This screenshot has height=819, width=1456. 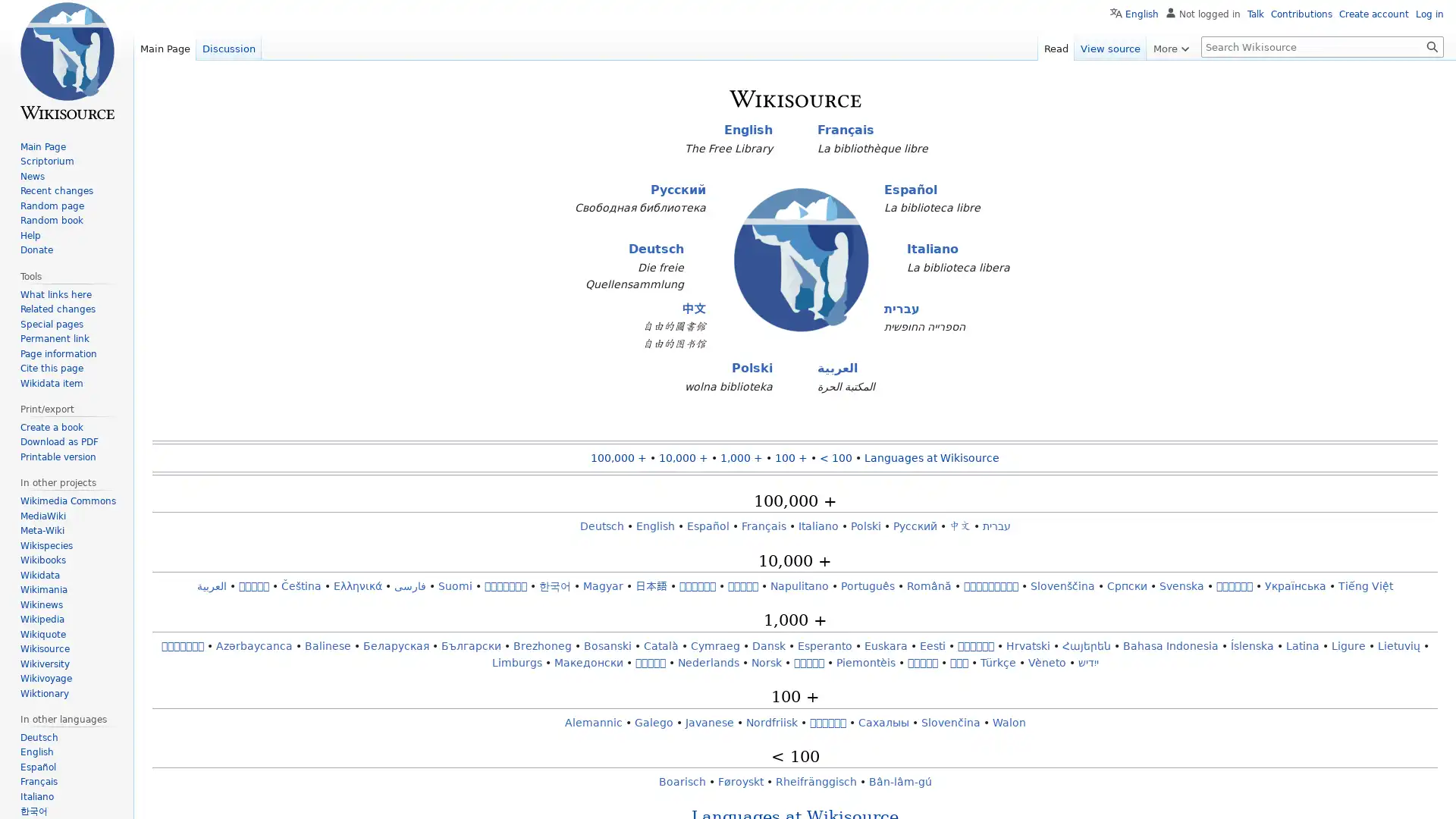 I want to click on Search, so click(x=1432, y=45).